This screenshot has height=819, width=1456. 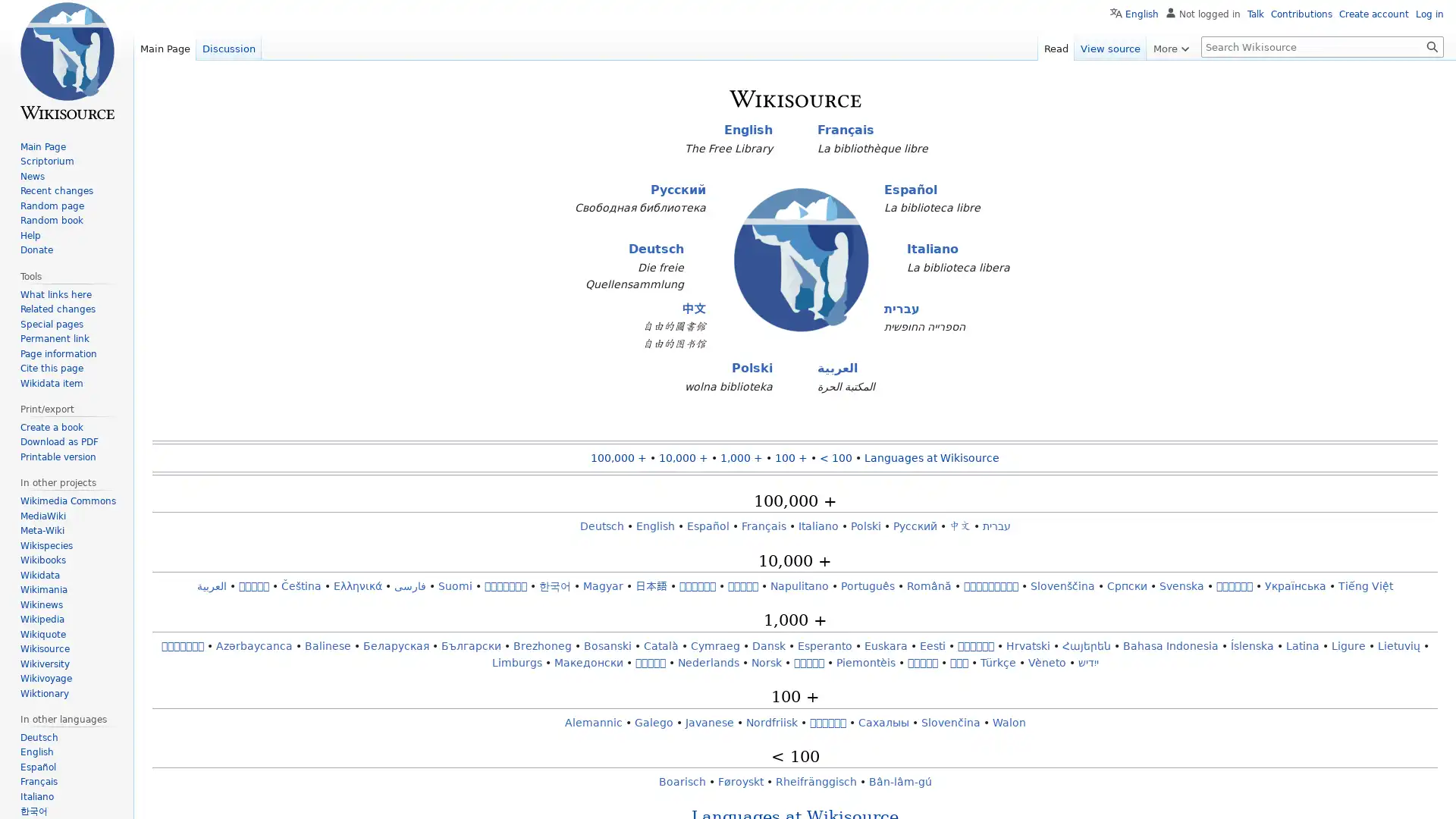 I want to click on Search, so click(x=1432, y=45).